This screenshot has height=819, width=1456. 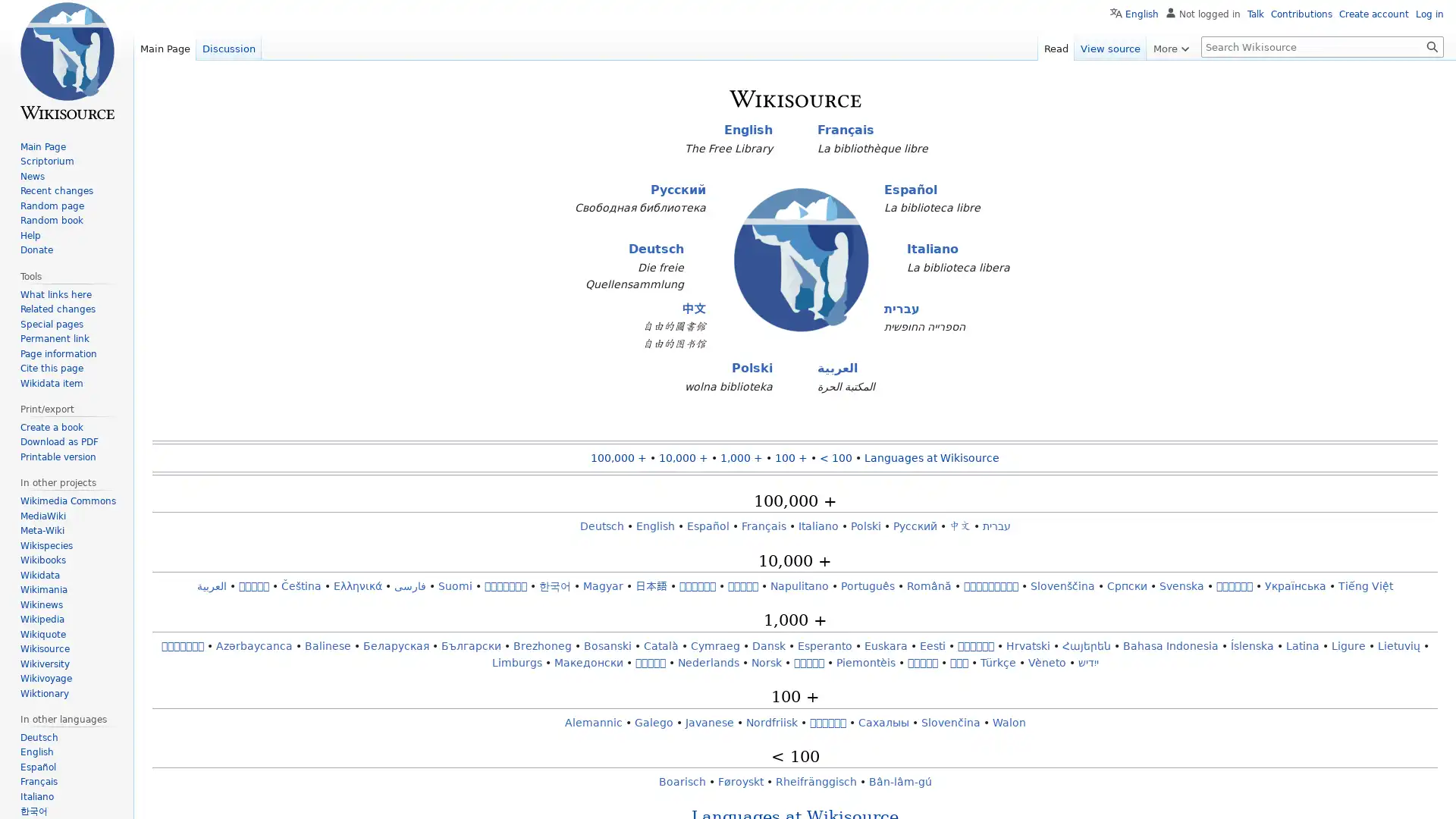 I want to click on Search, so click(x=1432, y=45).